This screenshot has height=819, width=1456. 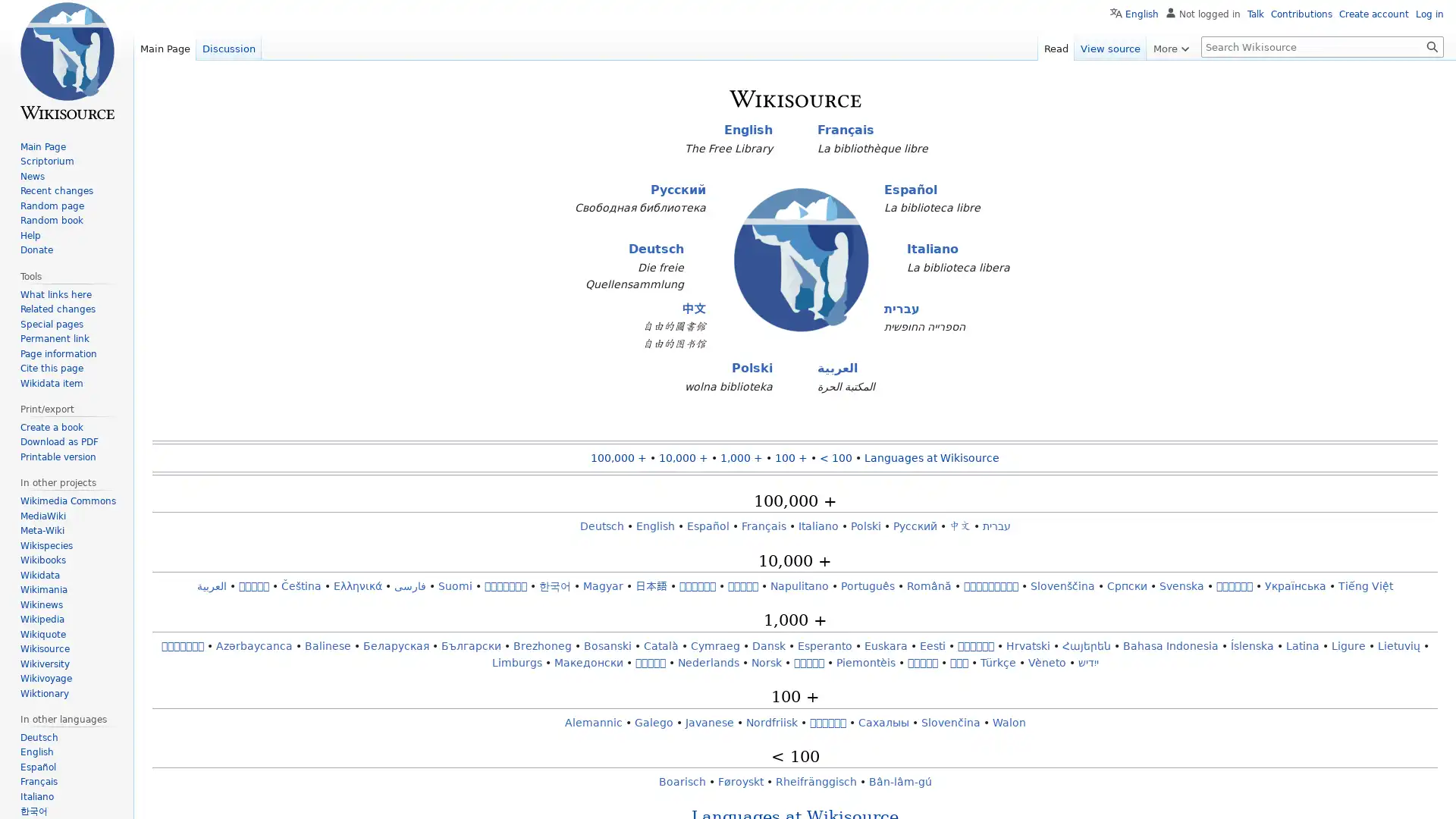 I want to click on Search, so click(x=1432, y=45).